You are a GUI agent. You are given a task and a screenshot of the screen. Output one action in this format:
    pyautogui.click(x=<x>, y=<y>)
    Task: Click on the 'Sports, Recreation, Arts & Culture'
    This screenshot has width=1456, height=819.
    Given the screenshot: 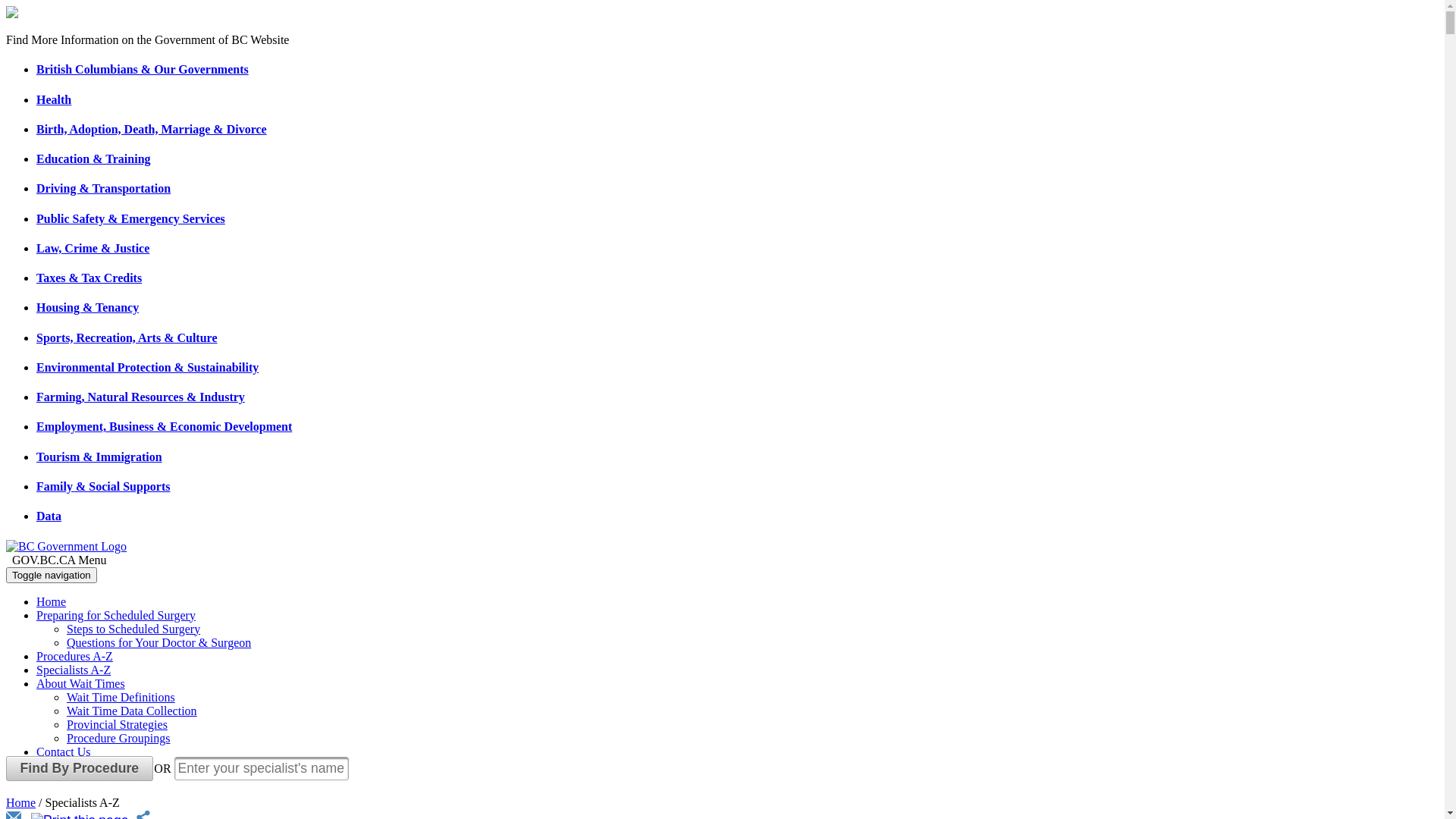 What is the action you would take?
    pyautogui.click(x=127, y=337)
    